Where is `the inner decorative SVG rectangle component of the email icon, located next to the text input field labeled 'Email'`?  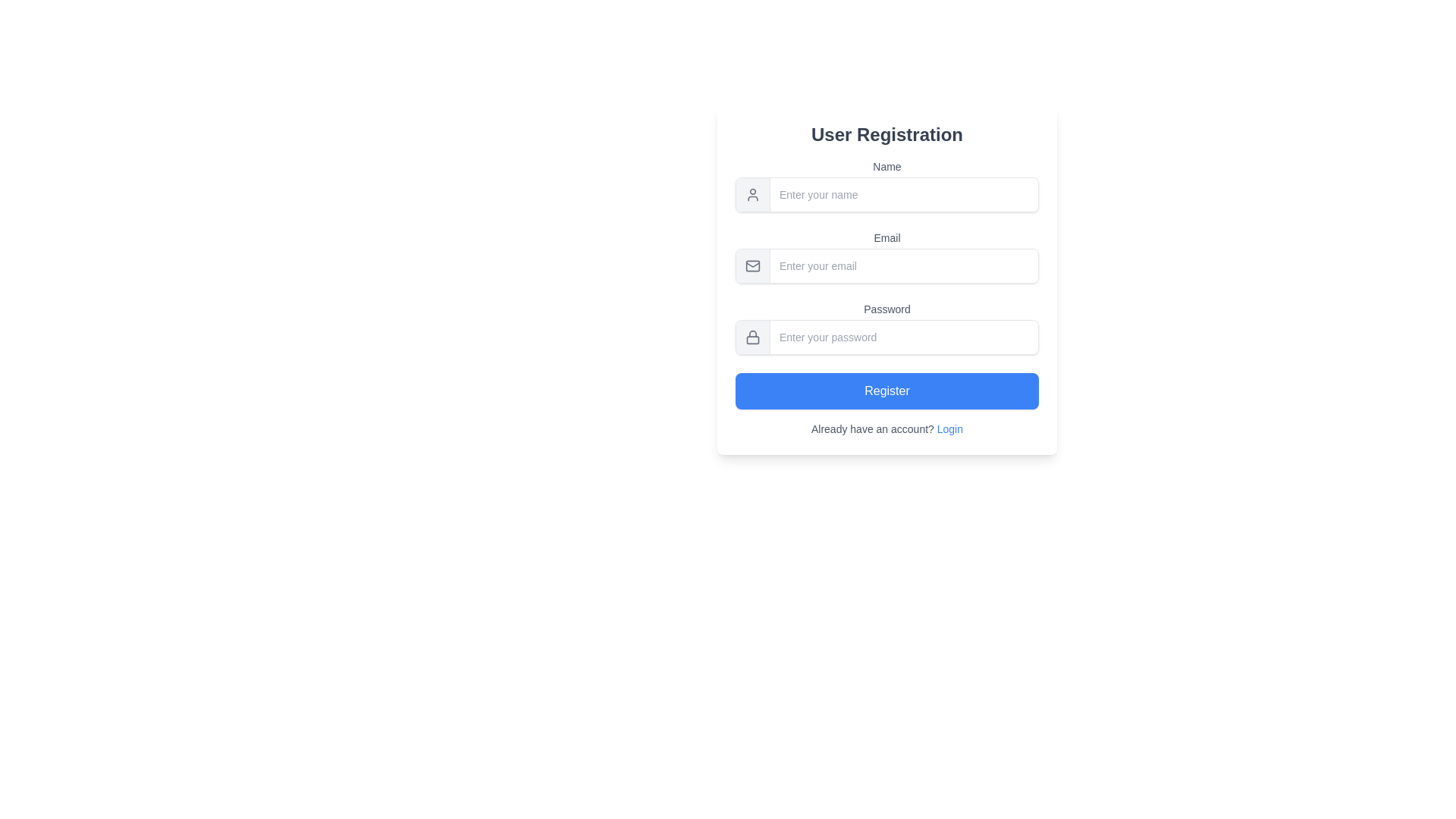
the inner decorative SVG rectangle component of the email icon, located next to the text input field labeled 'Email' is located at coordinates (753, 265).